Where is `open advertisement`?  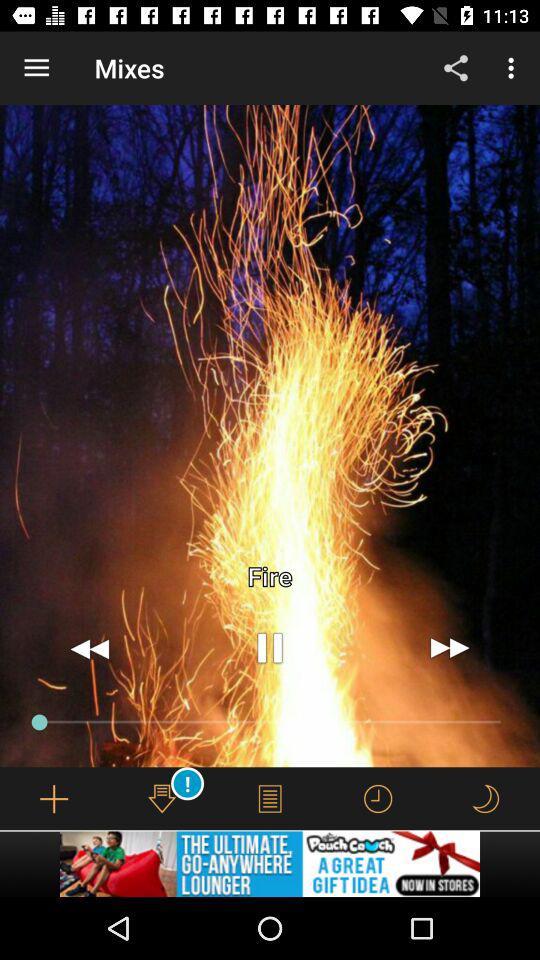 open advertisement is located at coordinates (270, 863).